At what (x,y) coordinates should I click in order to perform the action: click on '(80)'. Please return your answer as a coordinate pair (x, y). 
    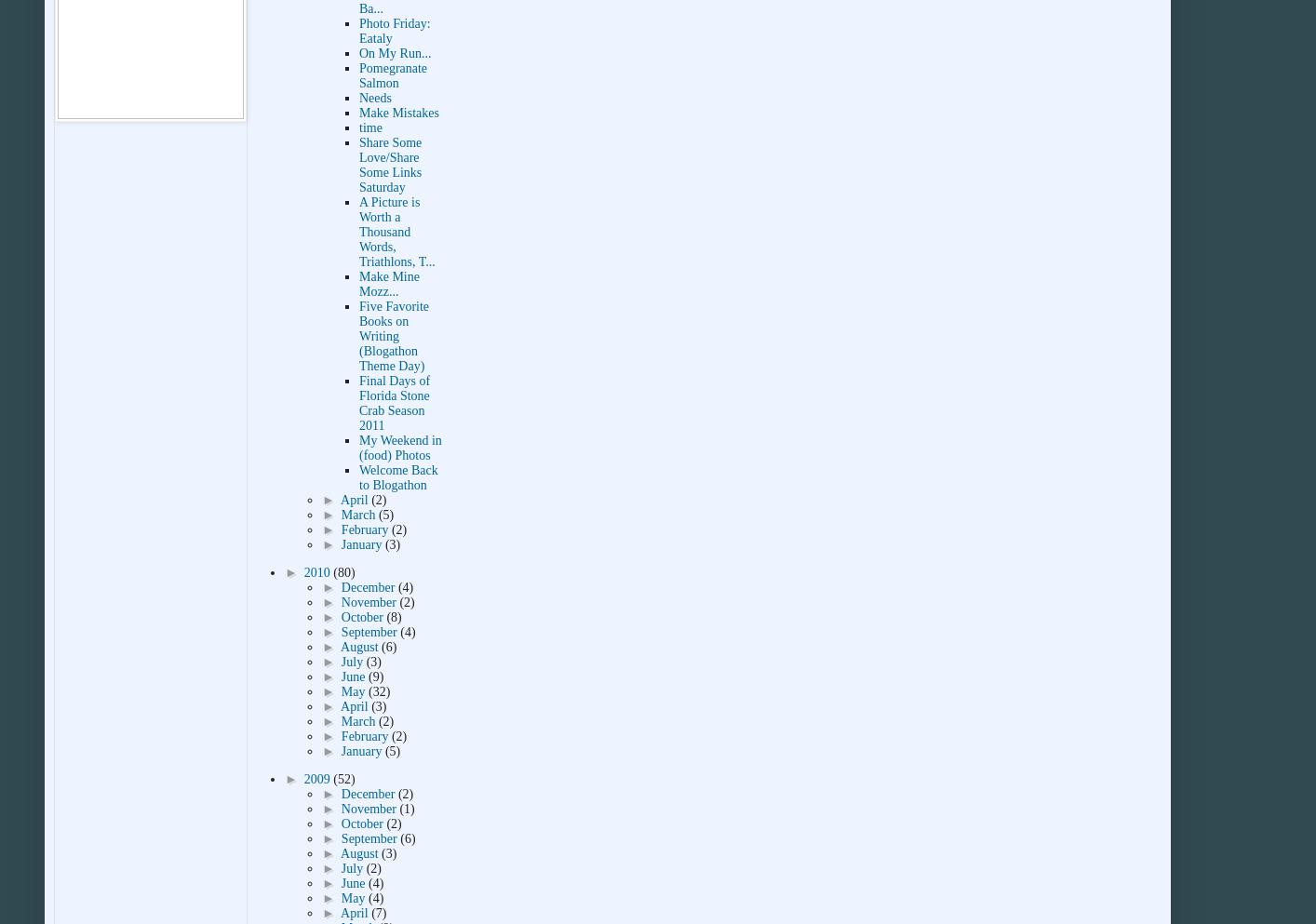
    Looking at the image, I should click on (343, 571).